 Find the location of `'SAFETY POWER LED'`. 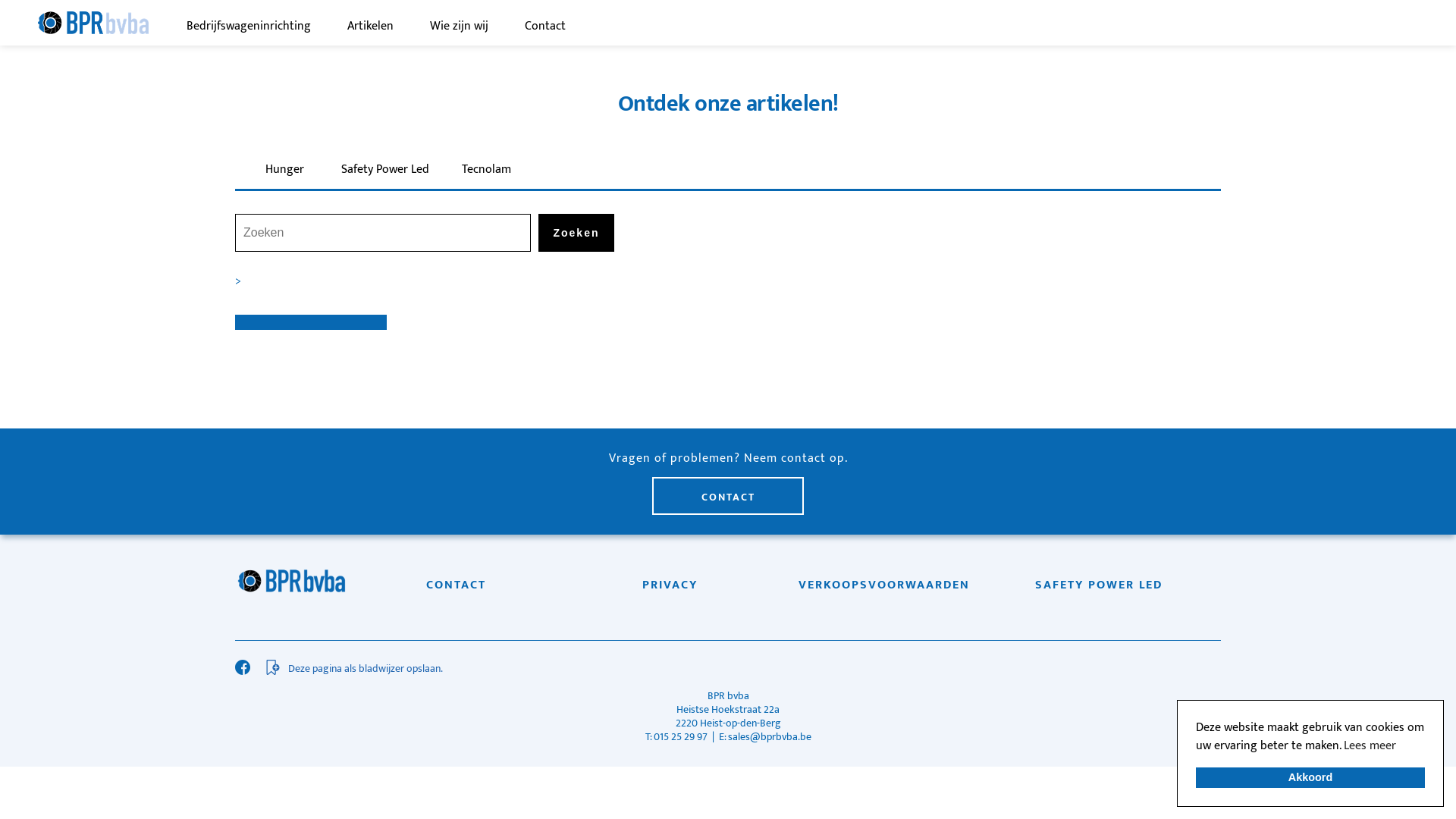

'SAFETY POWER LED' is located at coordinates (1099, 584).